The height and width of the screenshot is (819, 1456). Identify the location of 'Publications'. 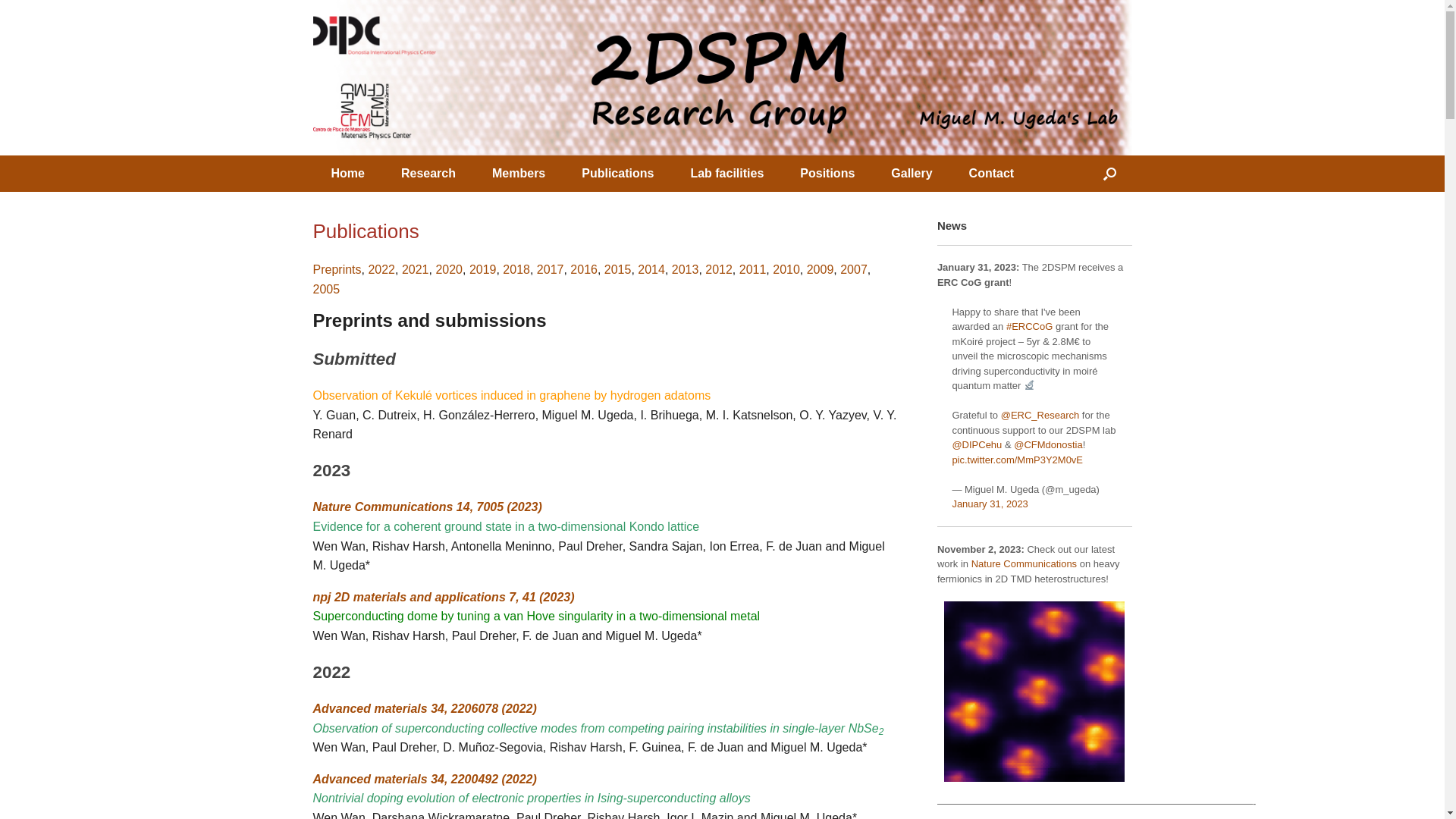
(617, 172).